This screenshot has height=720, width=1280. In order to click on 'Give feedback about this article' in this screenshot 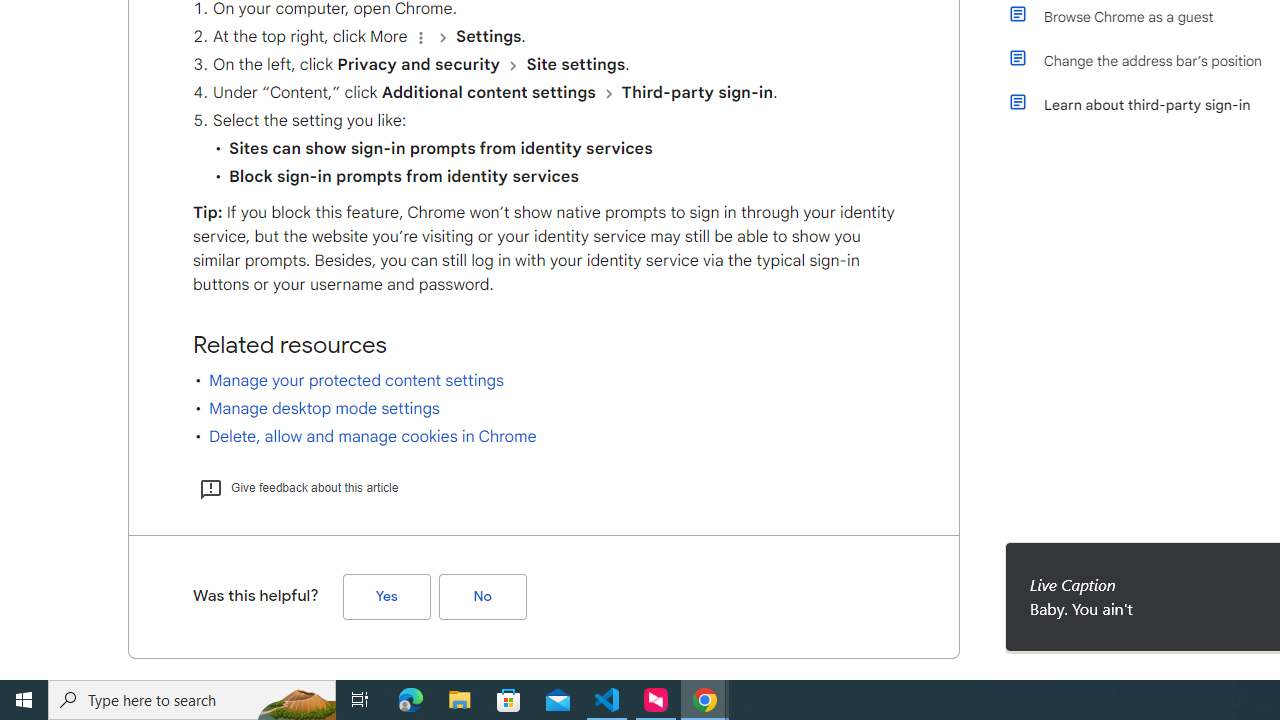, I will do `click(297, 487)`.